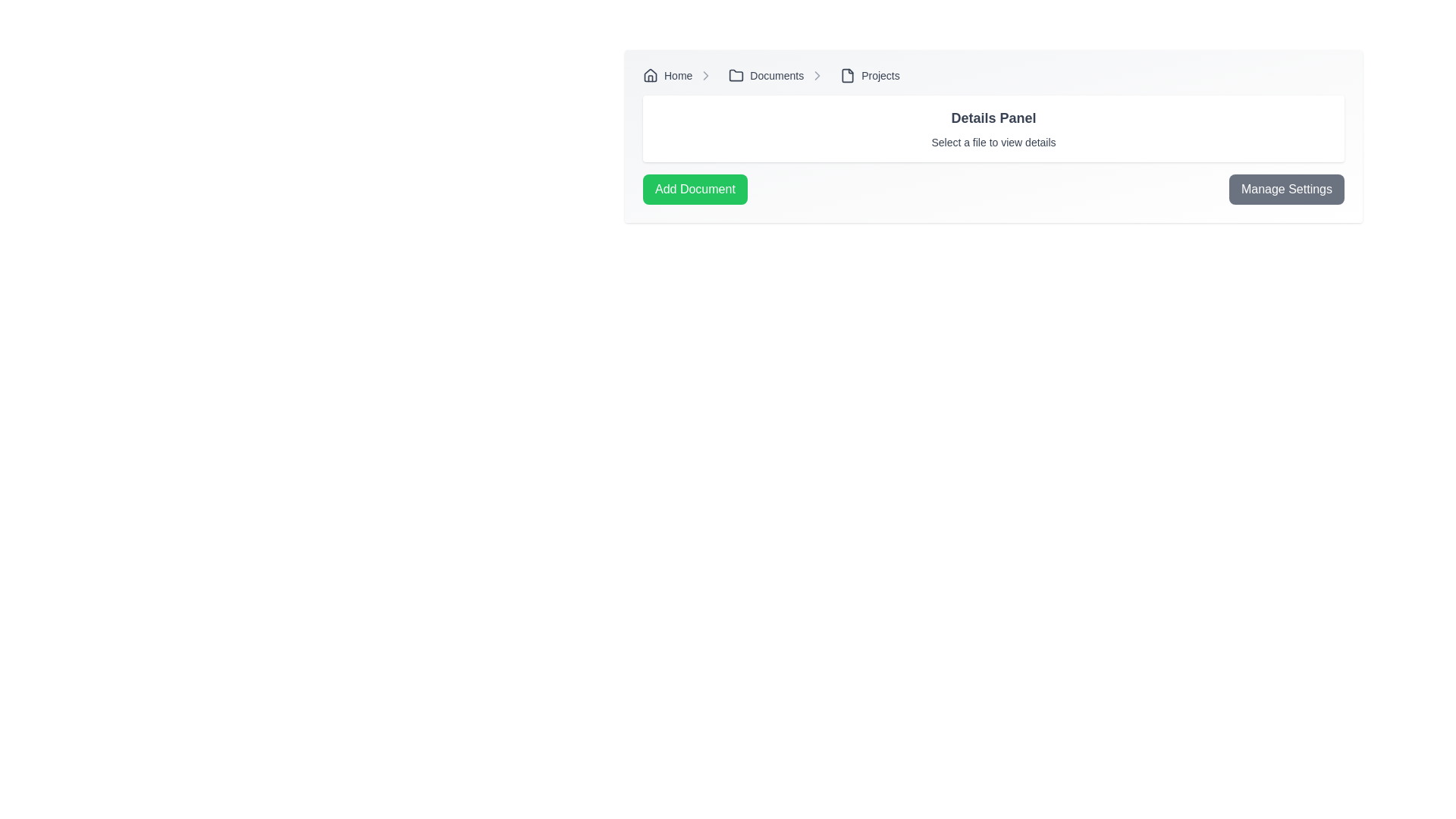 This screenshot has width=1456, height=819. I want to click on attention on the static text label that acts as a title or heading for the panel, located above the text 'Select a file to view details', so click(993, 117).